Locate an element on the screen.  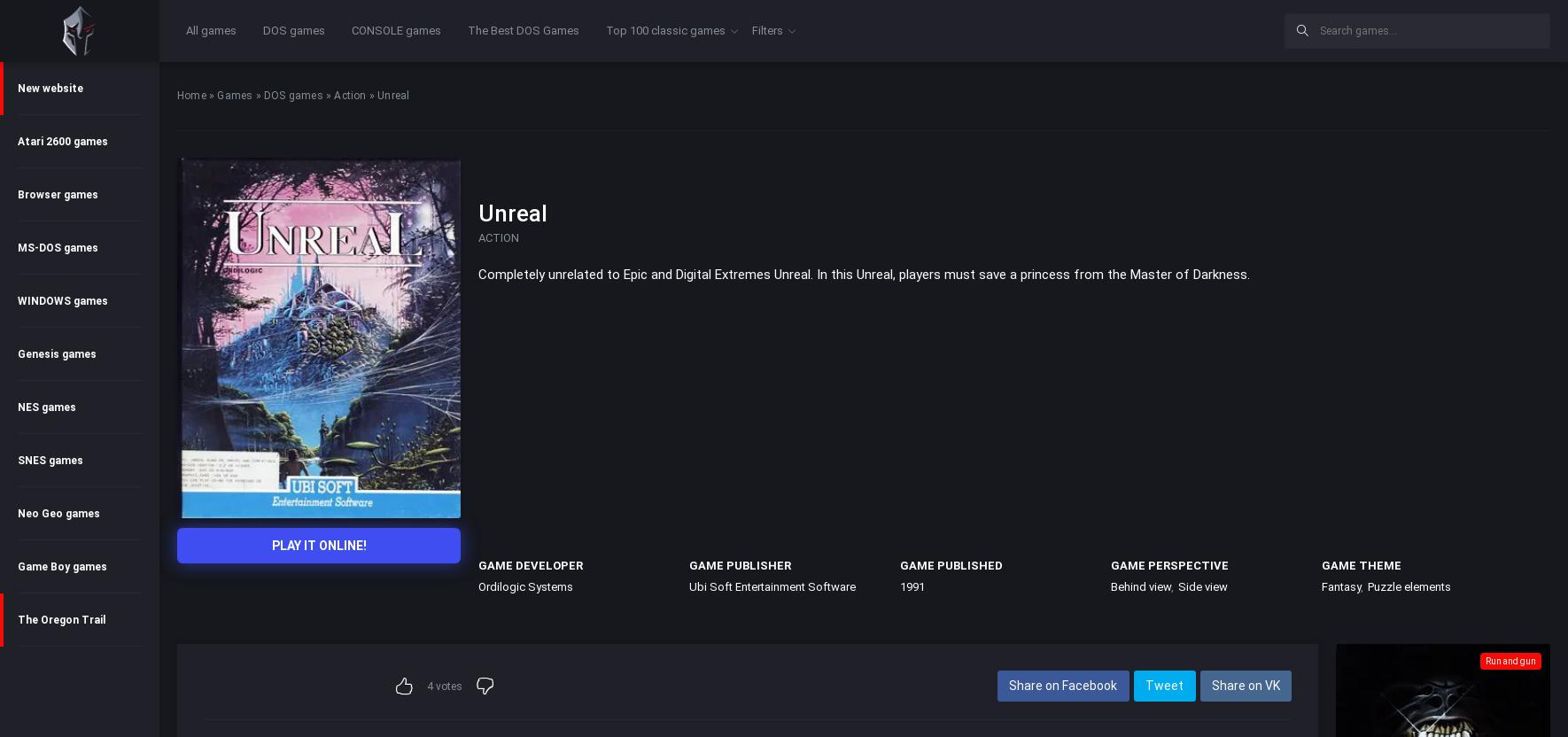
'All games' is located at coordinates (211, 29).